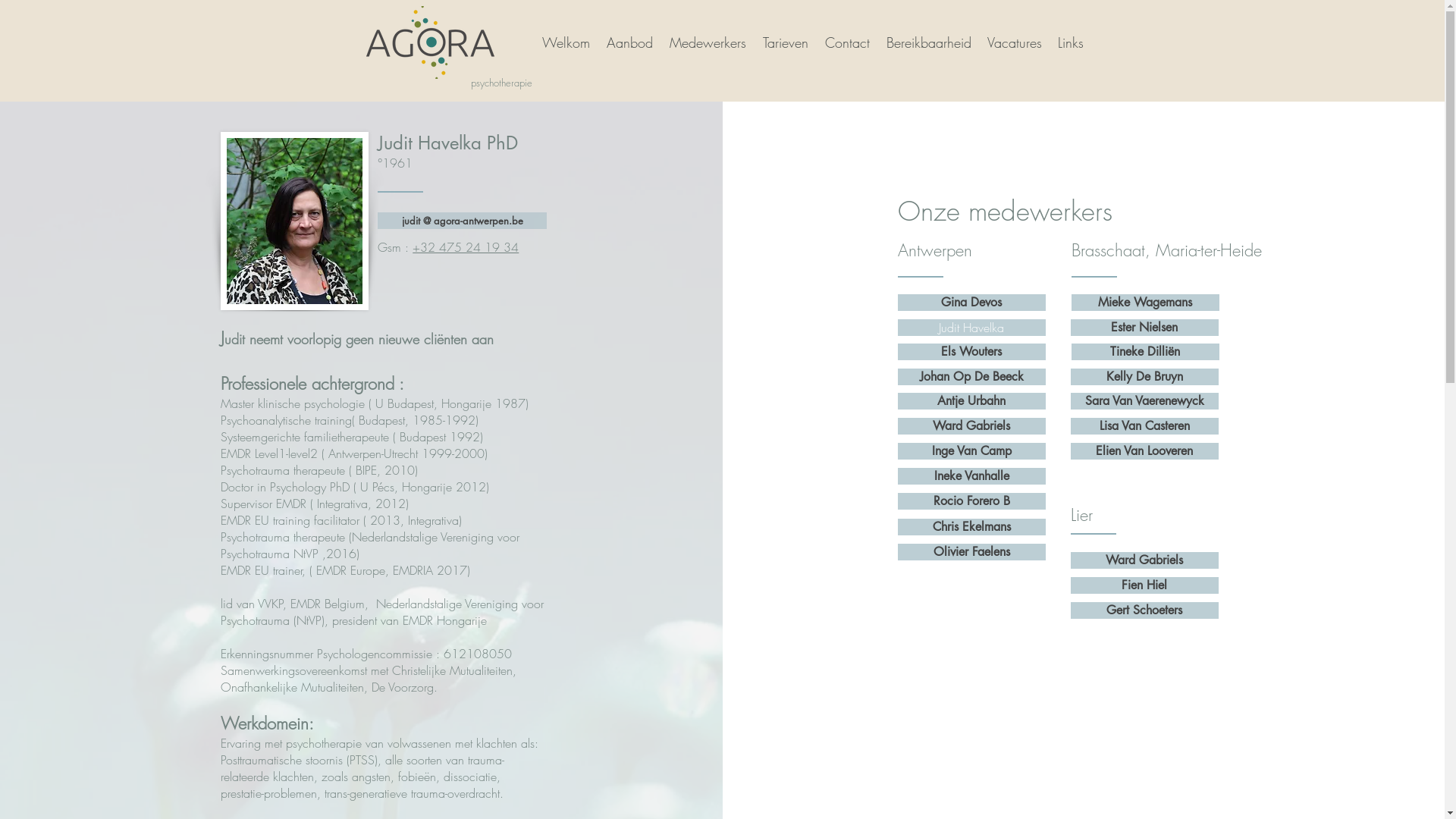  Describe the element at coordinates (705, 42) in the screenshot. I see `'Medewerkers'` at that location.